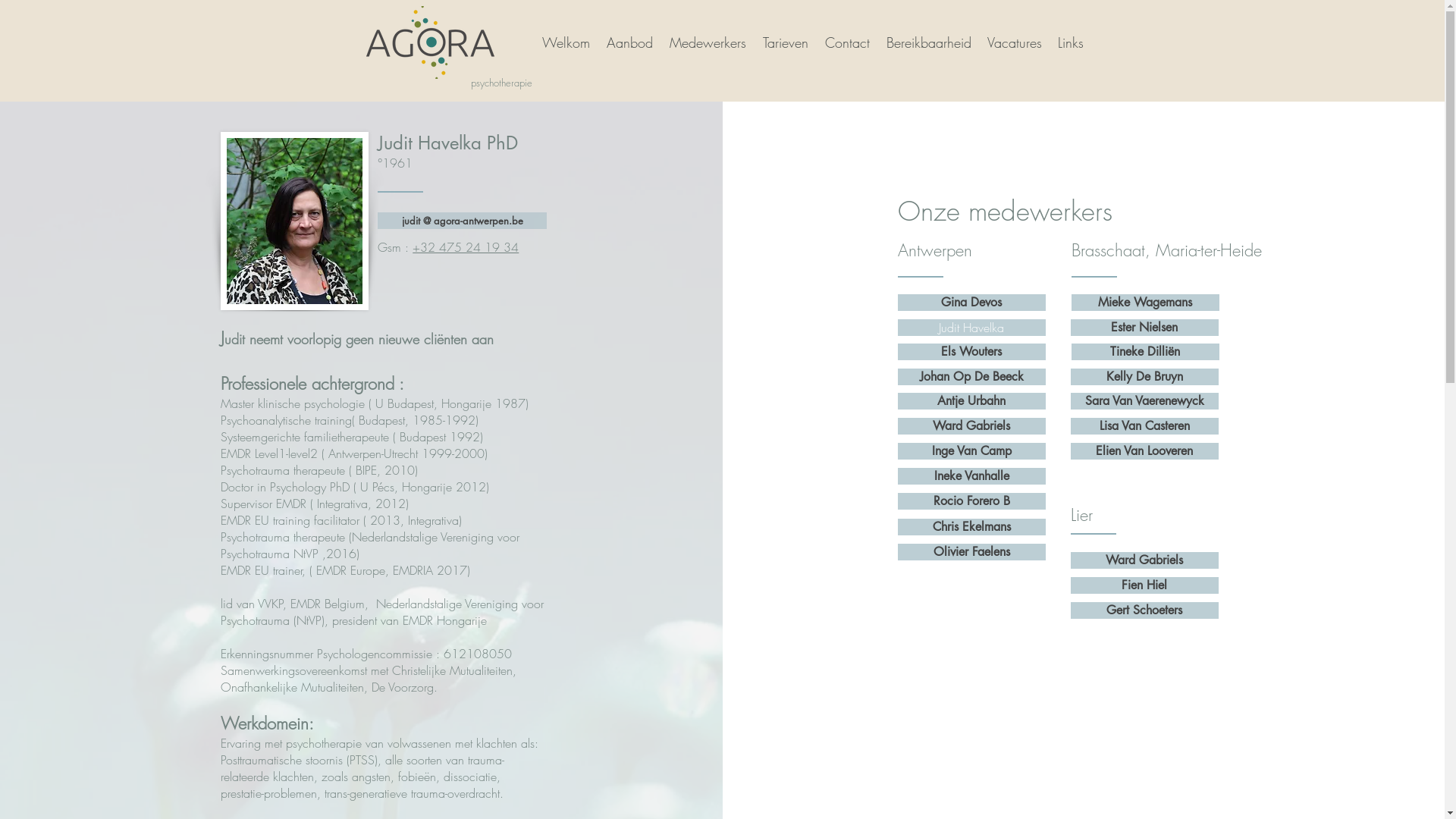  Describe the element at coordinates (705, 42) in the screenshot. I see `'Medewerkers'` at that location.